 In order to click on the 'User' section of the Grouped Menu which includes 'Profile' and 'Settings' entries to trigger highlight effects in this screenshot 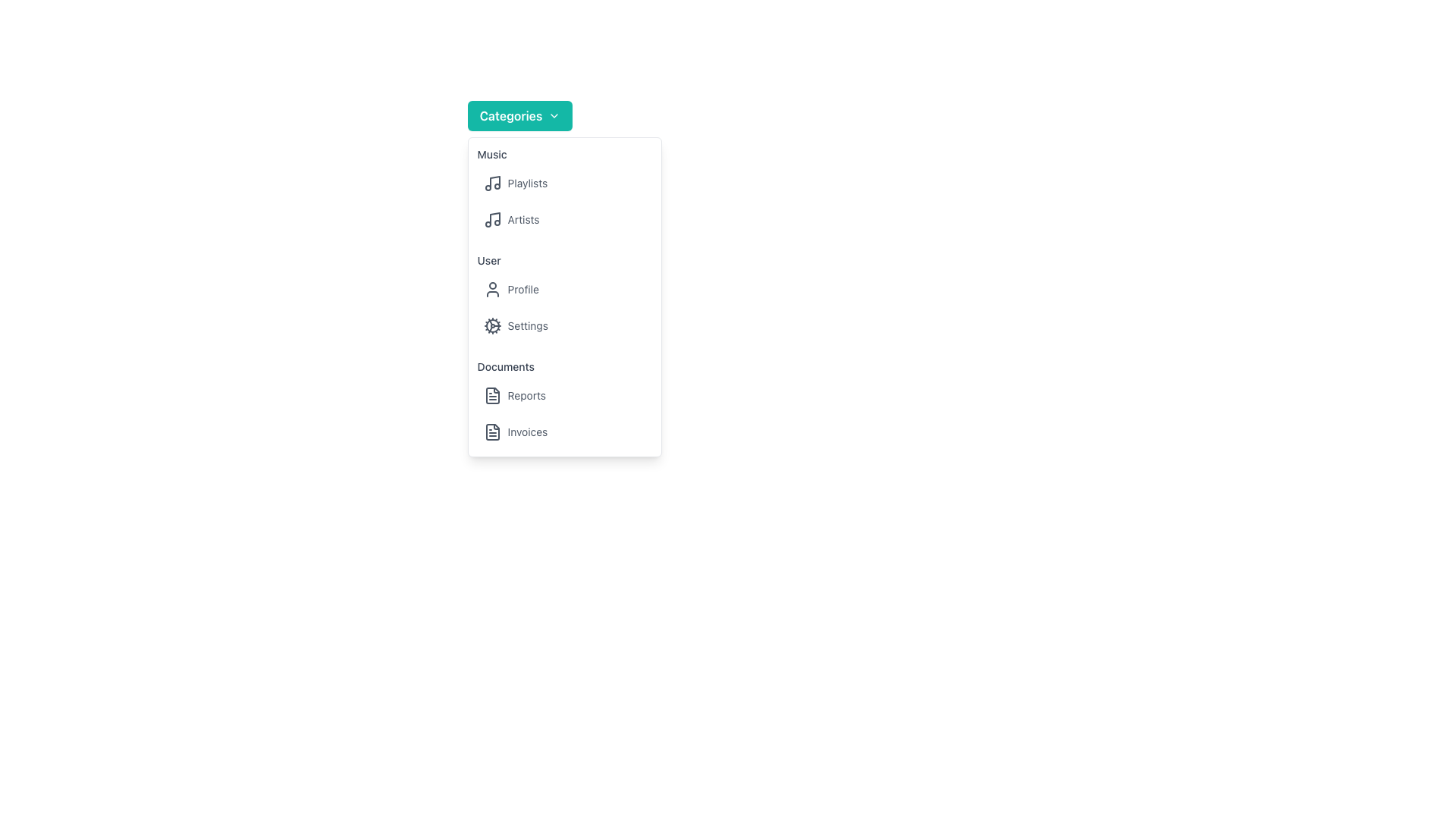, I will do `click(563, 297)`.